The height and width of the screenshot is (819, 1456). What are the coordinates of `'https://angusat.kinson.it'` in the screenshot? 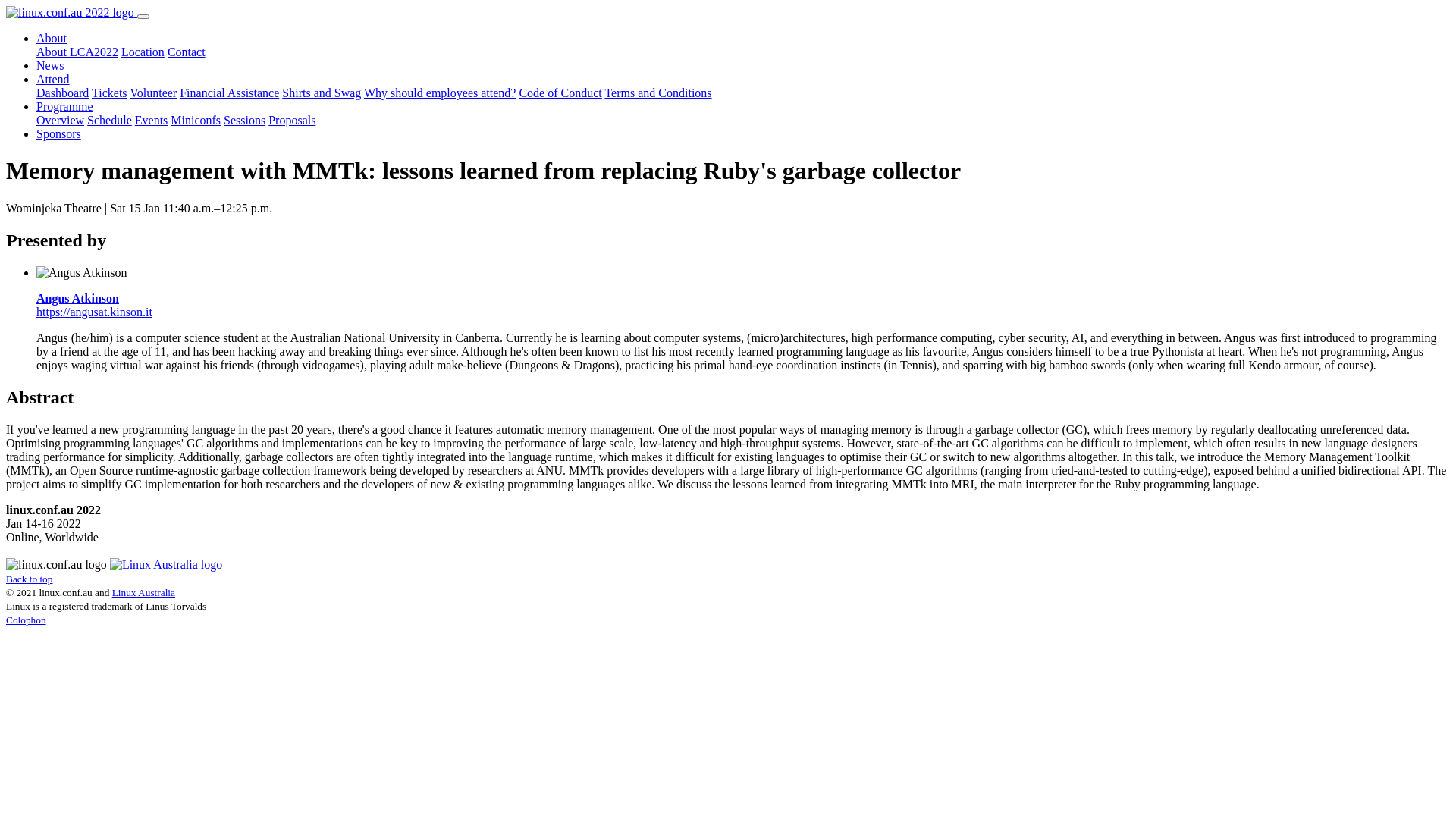 It's located at (93, 311).